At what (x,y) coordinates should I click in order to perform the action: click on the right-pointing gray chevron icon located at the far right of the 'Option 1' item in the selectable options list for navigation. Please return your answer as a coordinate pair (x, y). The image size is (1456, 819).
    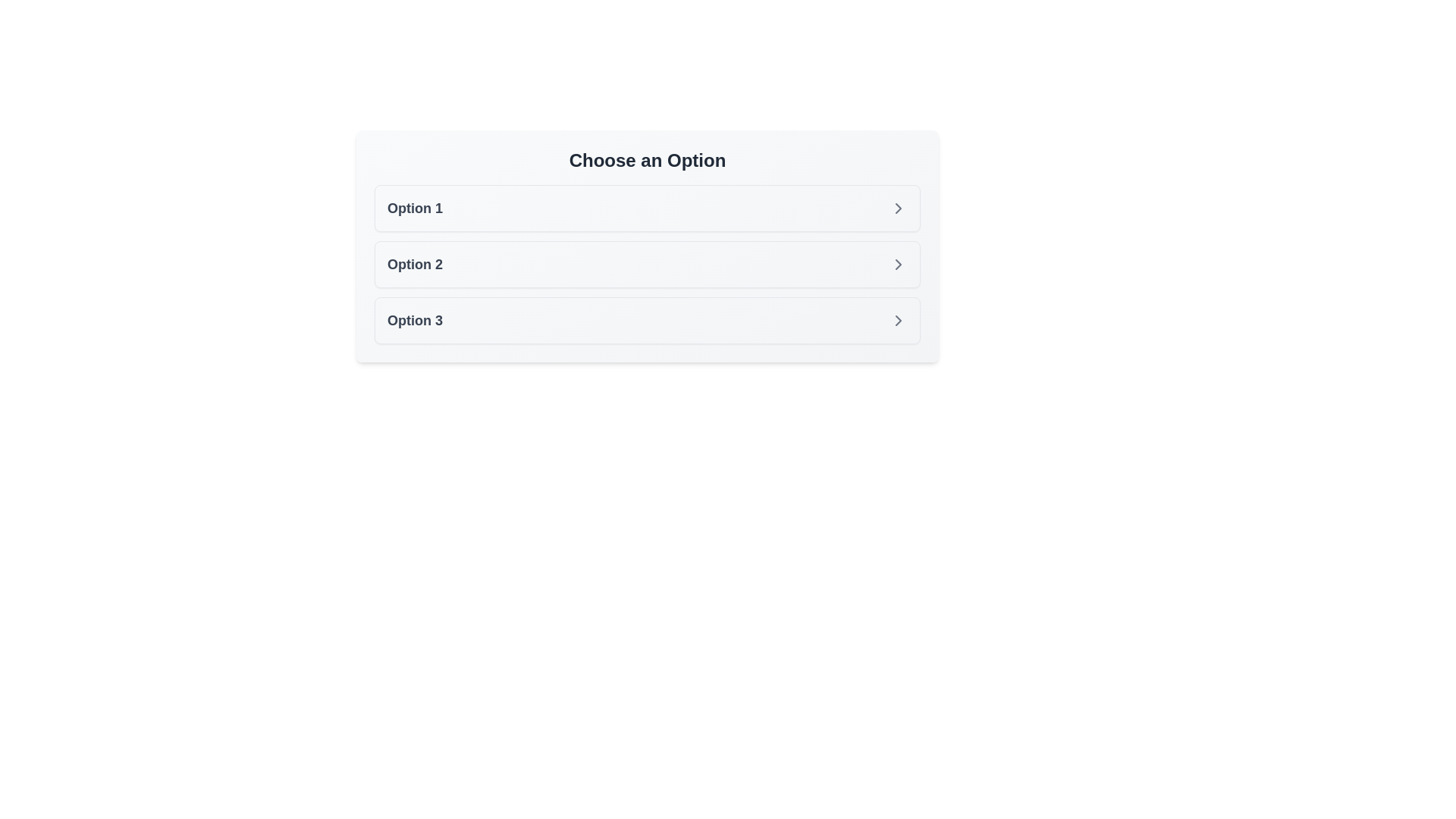
    Looking at the image, I should click on (899, 208).